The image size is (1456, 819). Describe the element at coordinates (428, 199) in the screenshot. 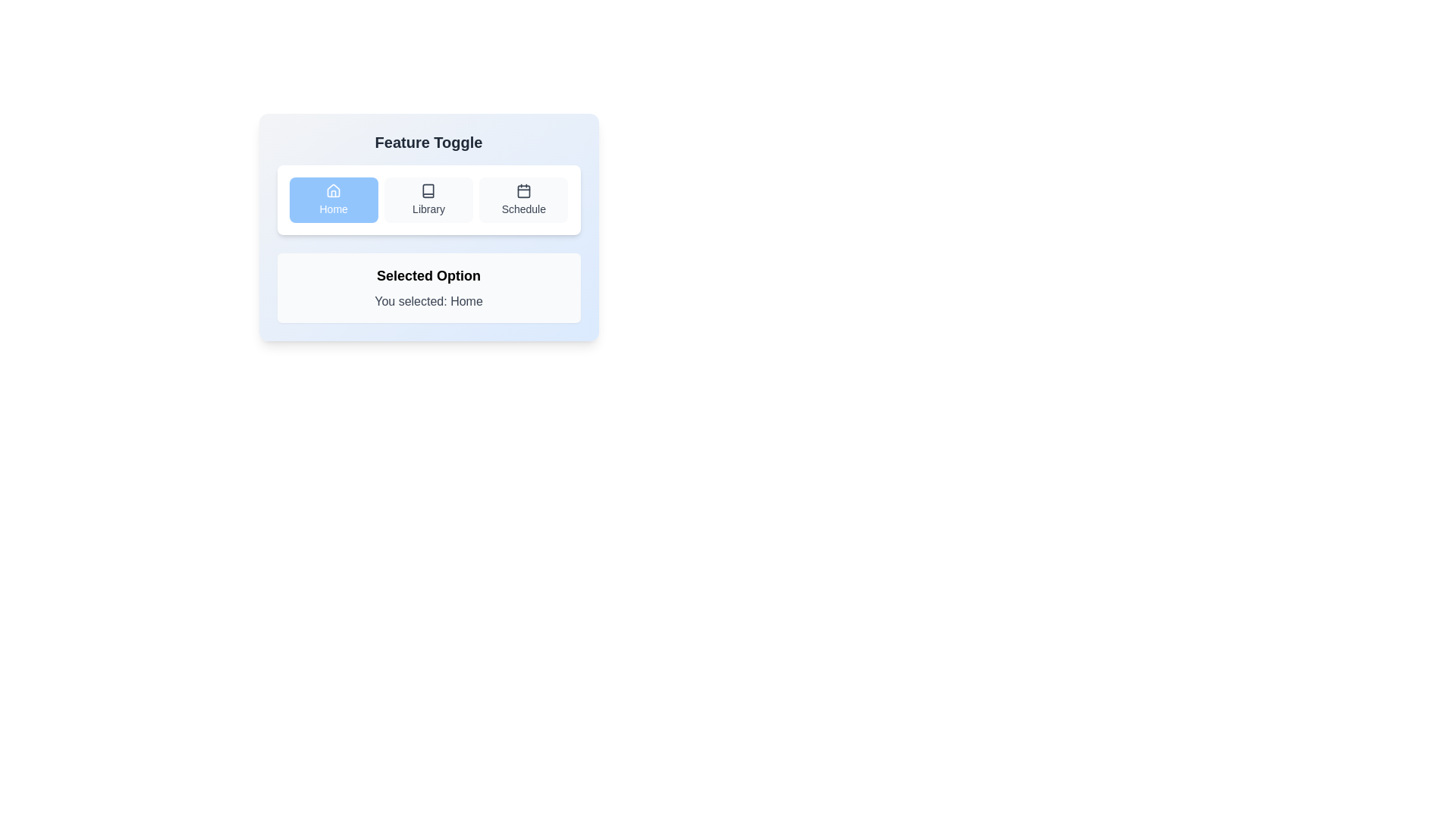

I see `the 'Library' button in the horizontal navigation bar` at that location.